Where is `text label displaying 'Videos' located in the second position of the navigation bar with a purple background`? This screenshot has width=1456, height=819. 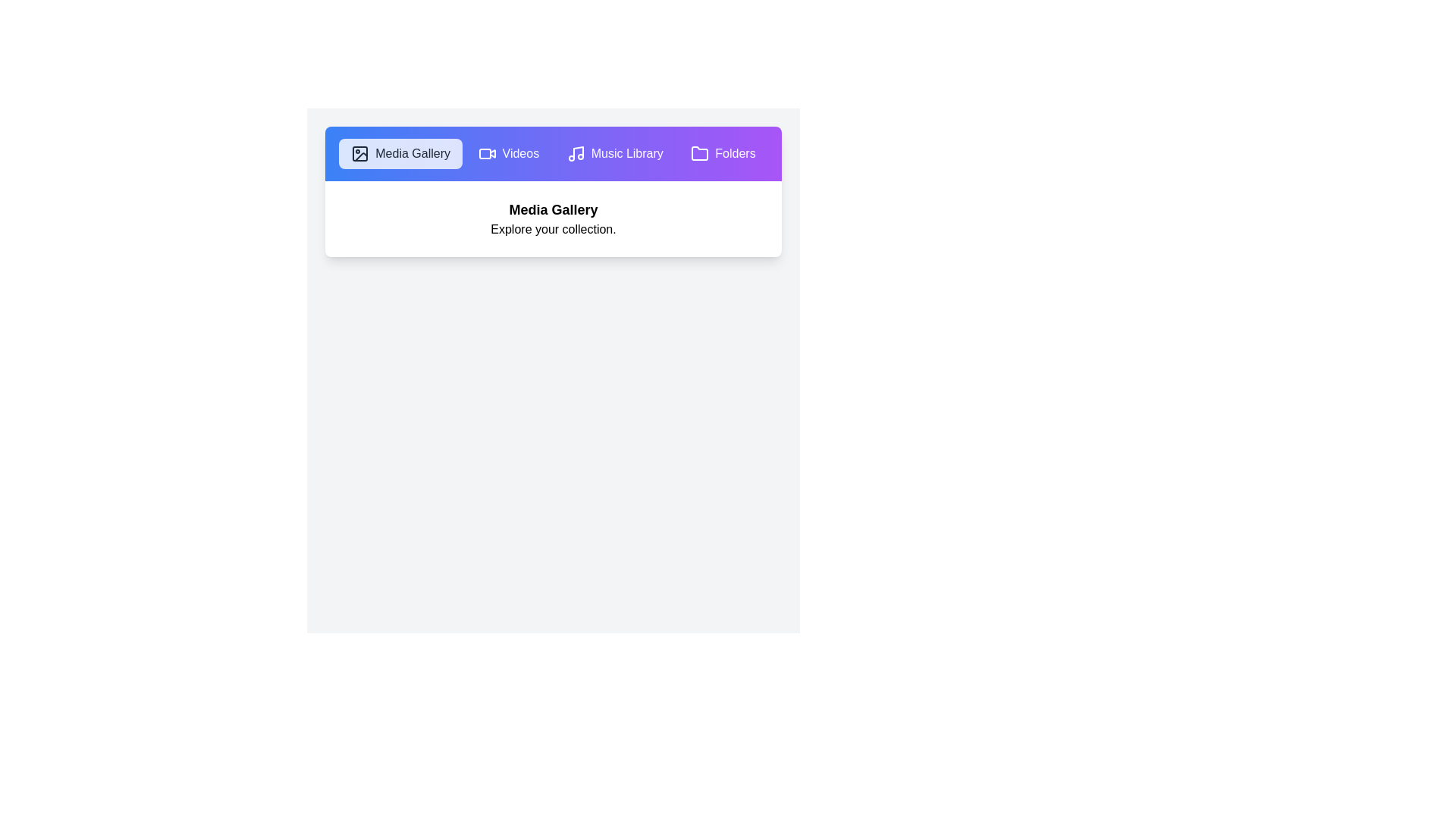
text label displaying 'Videos' located in the second position of the navigation bar with a purple background is located at coordinates (520, 154).